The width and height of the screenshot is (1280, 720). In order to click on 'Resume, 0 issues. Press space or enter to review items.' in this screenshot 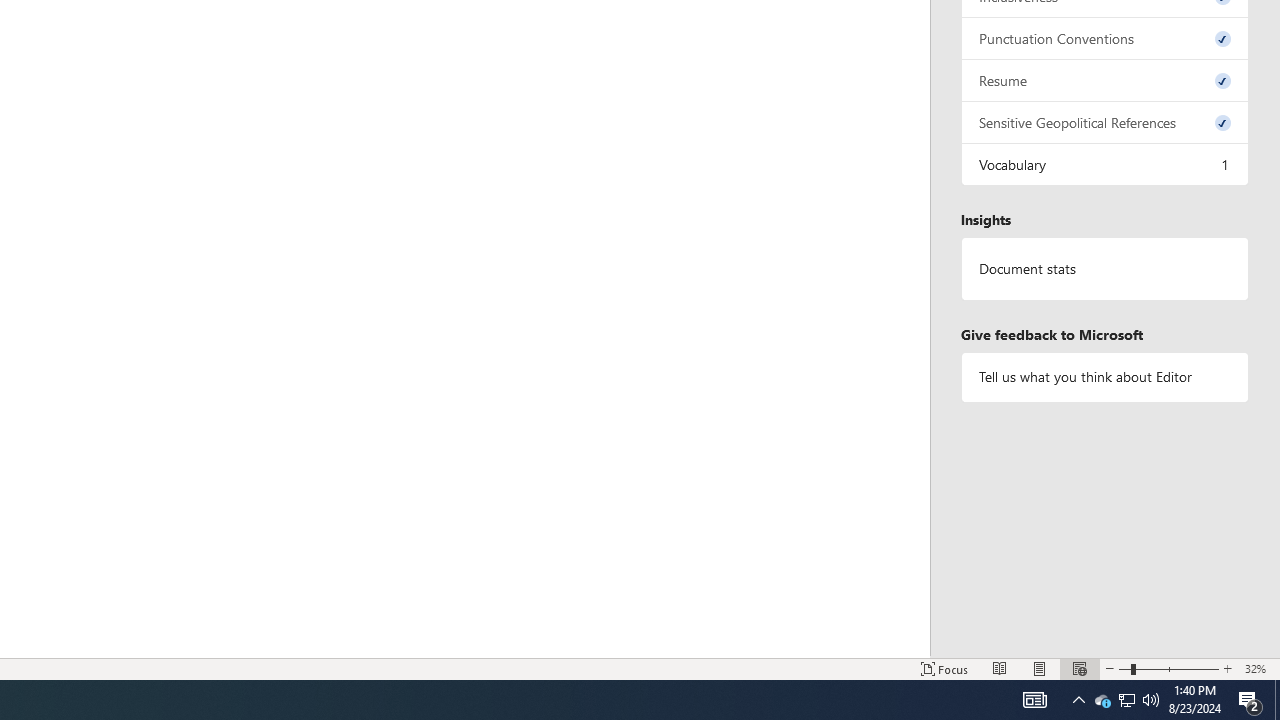, I will do `click(1104, 79)`.